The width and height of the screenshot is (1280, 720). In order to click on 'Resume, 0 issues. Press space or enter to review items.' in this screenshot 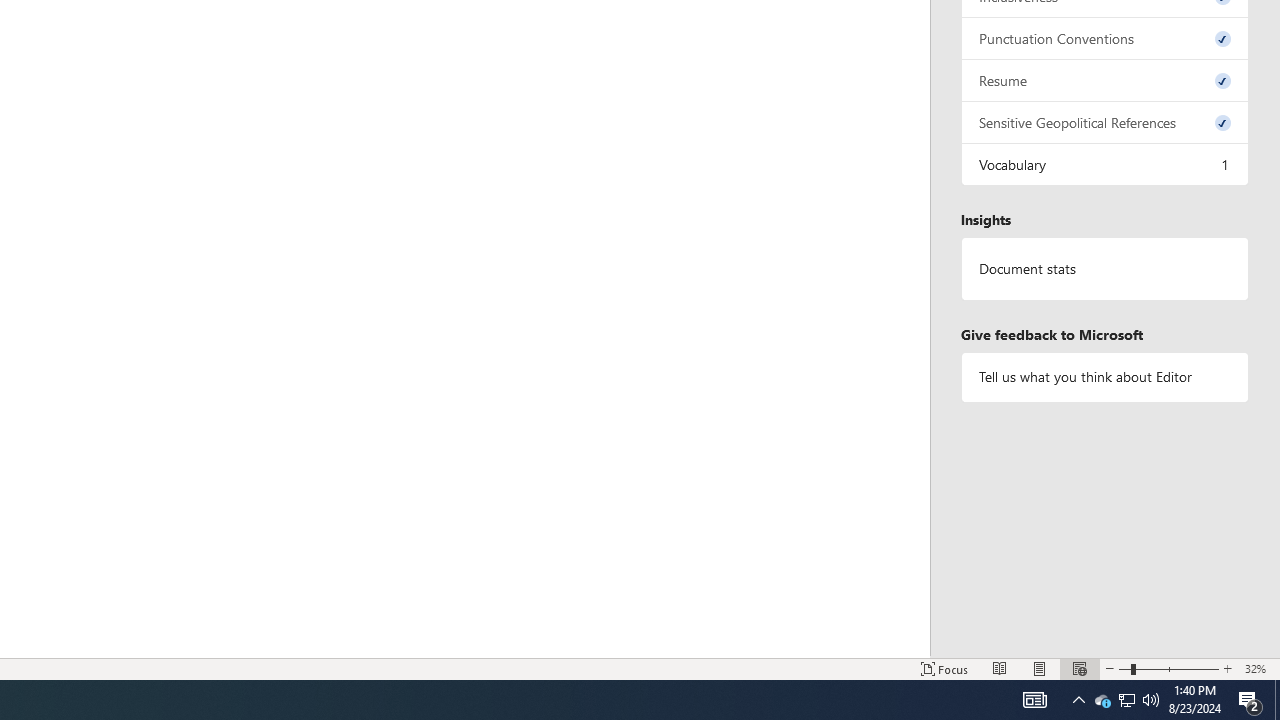, I will do `click(1104, 79)`.